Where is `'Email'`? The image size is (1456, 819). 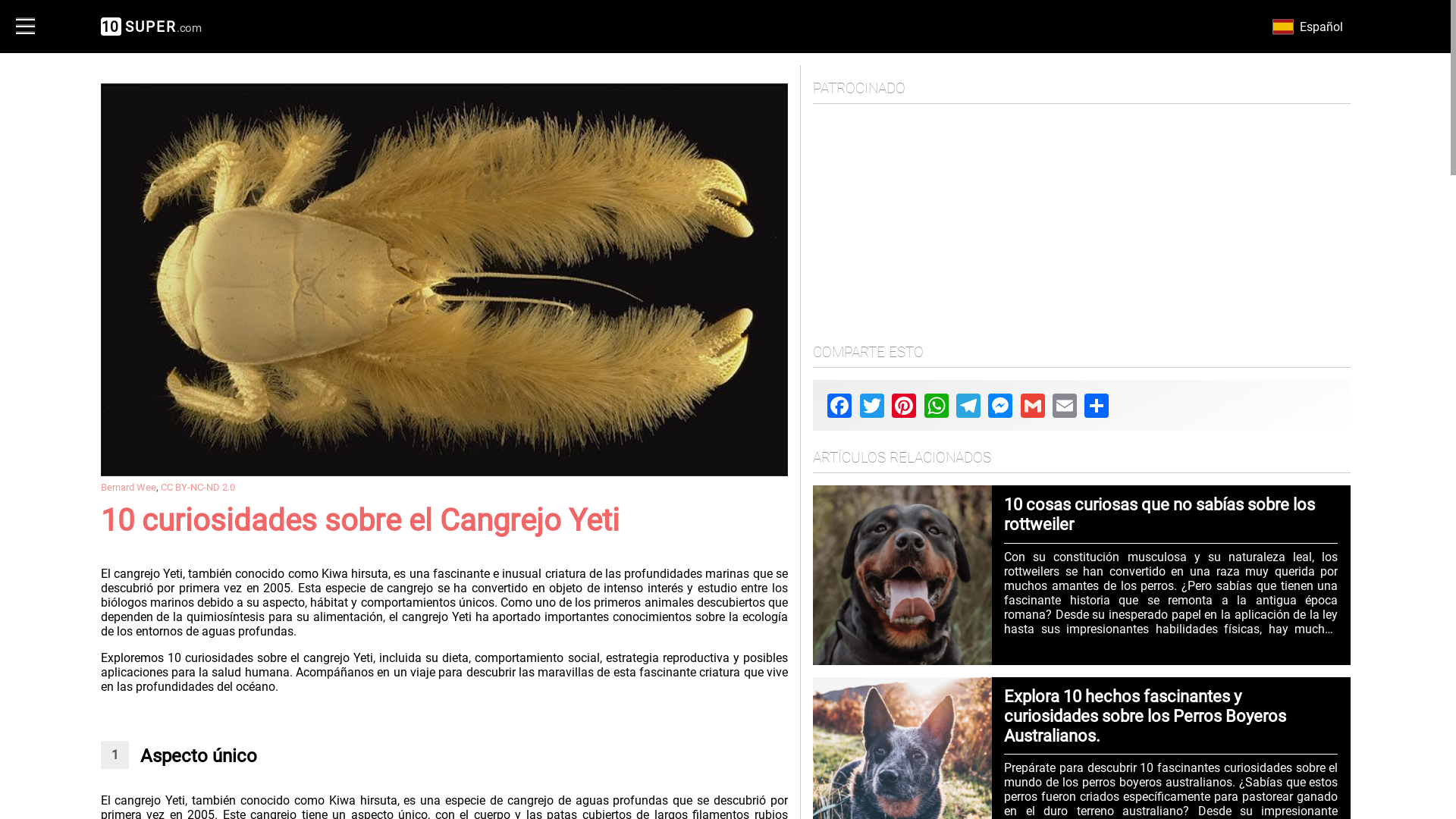
'Email' is located at coordinates (1063, 405).